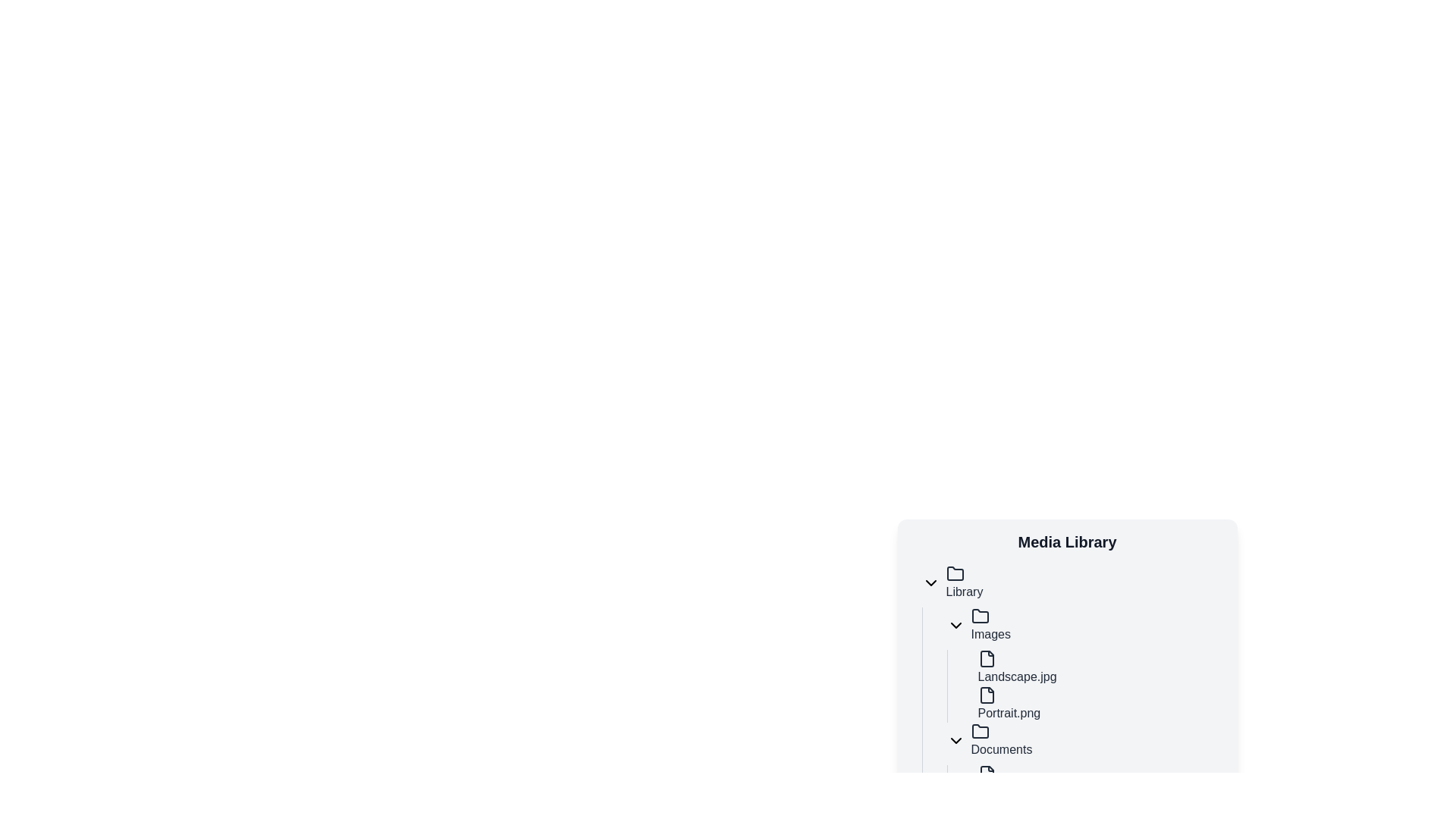  I want to click on the SVG-based file icon representing 'Resume.pdf' located in the 'Documents' section of the Media Library interface, so click(987, 774).